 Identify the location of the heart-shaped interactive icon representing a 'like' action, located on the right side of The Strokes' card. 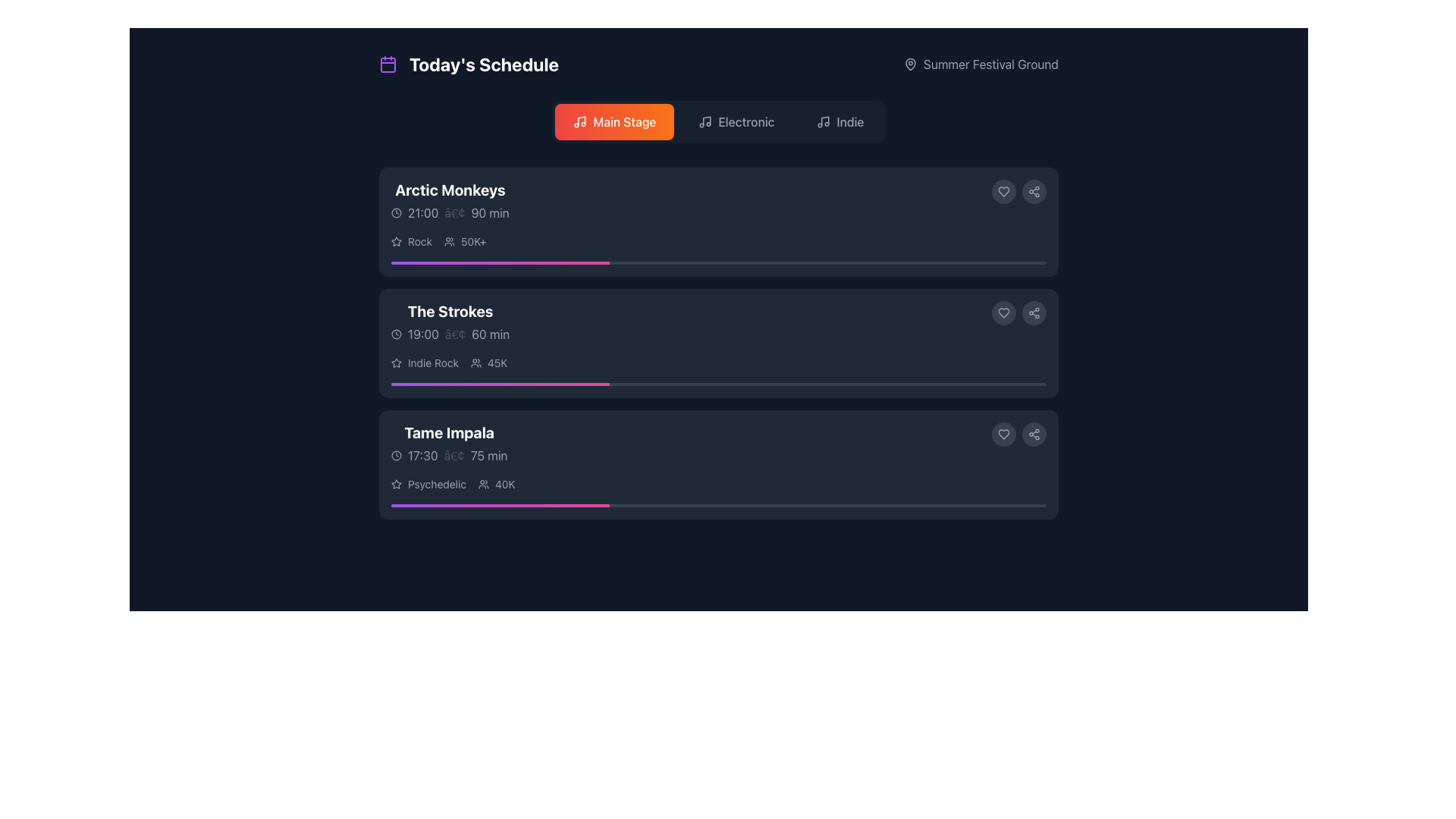
(1004, 312).